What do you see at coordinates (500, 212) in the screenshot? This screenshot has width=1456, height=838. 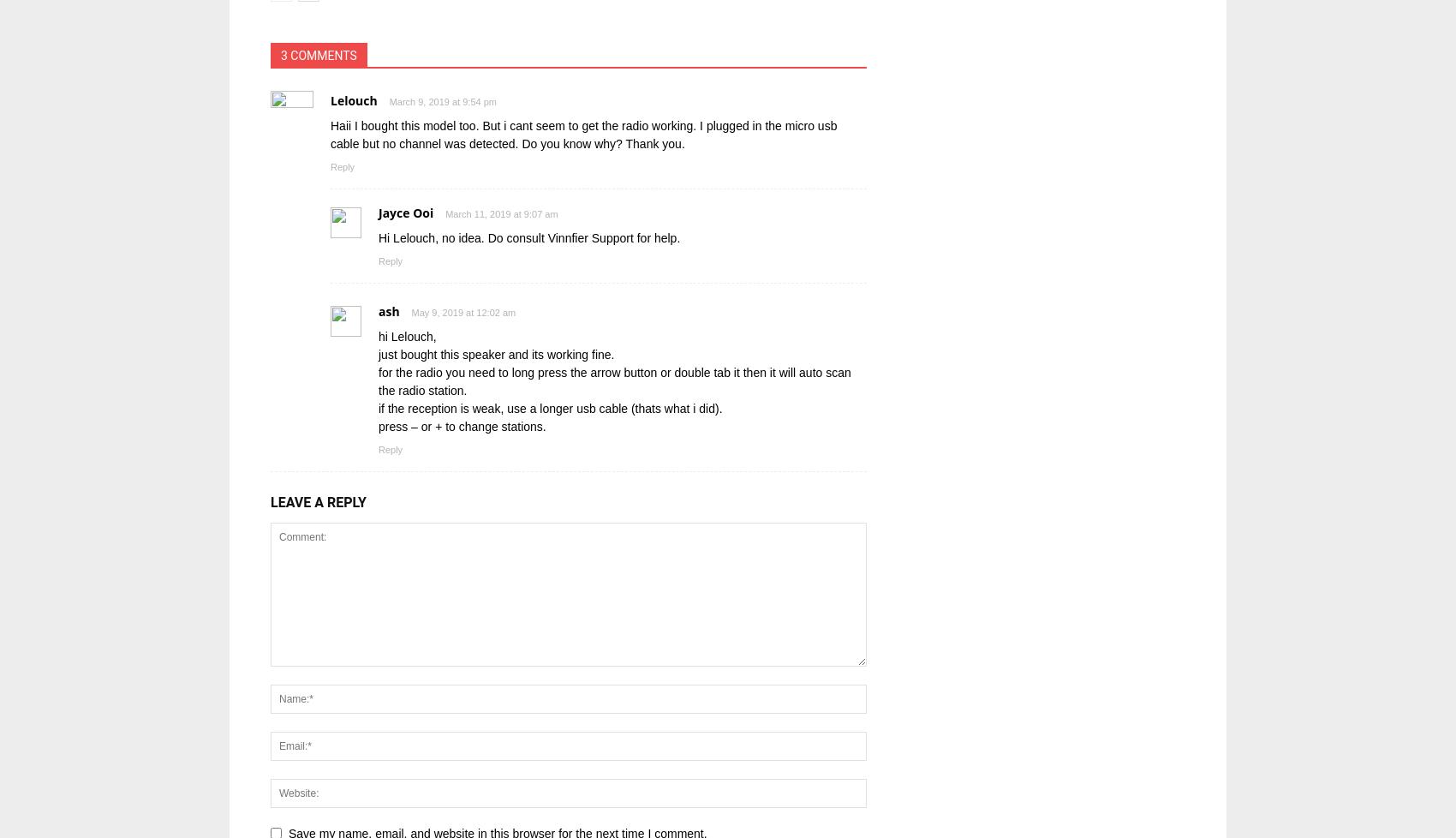 I see `'March 11, 2019 at 9:07 am'` at bounding box center [500, 212].